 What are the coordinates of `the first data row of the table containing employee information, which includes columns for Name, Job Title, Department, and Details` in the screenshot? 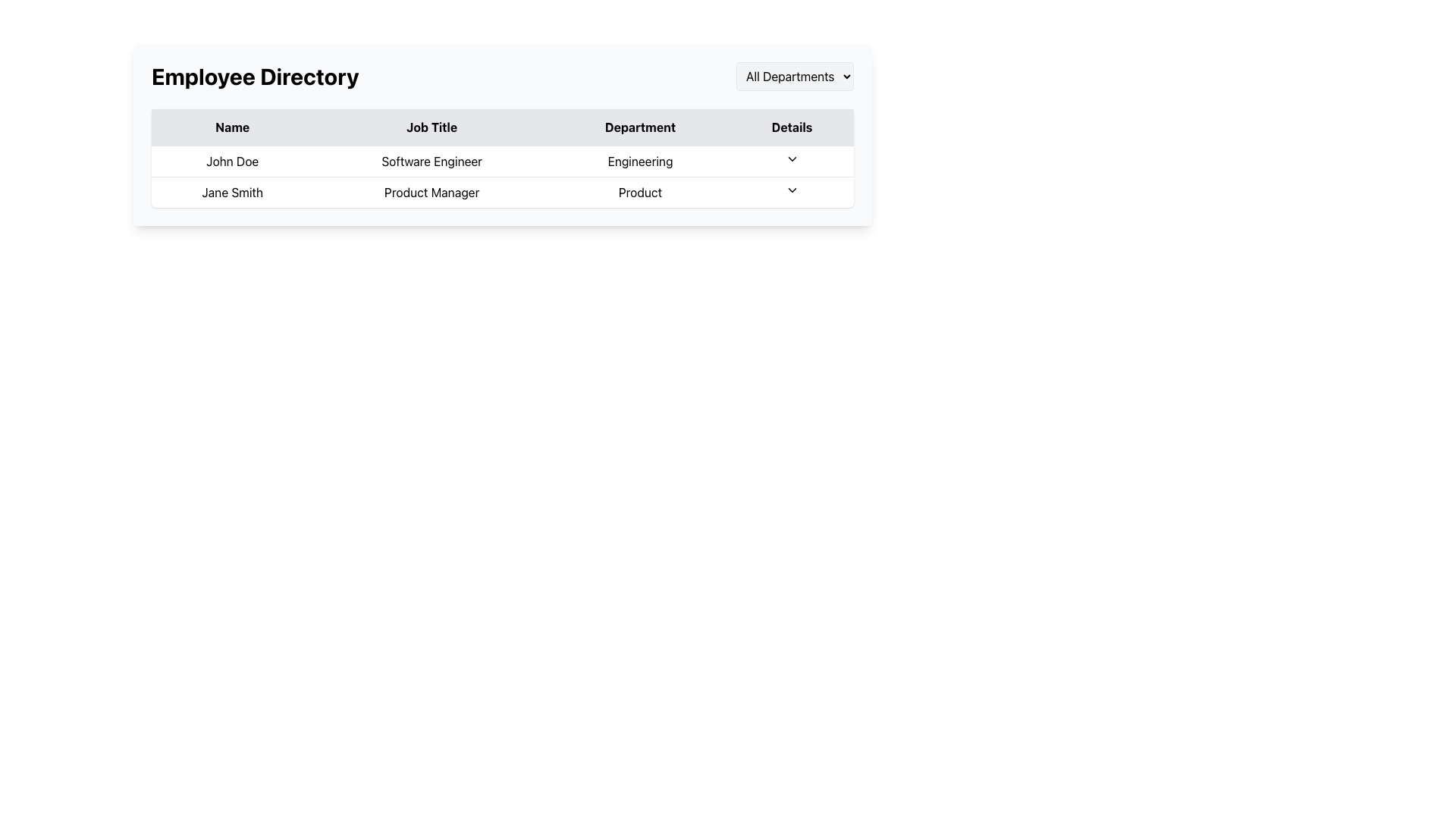 It's located at (502, 158).